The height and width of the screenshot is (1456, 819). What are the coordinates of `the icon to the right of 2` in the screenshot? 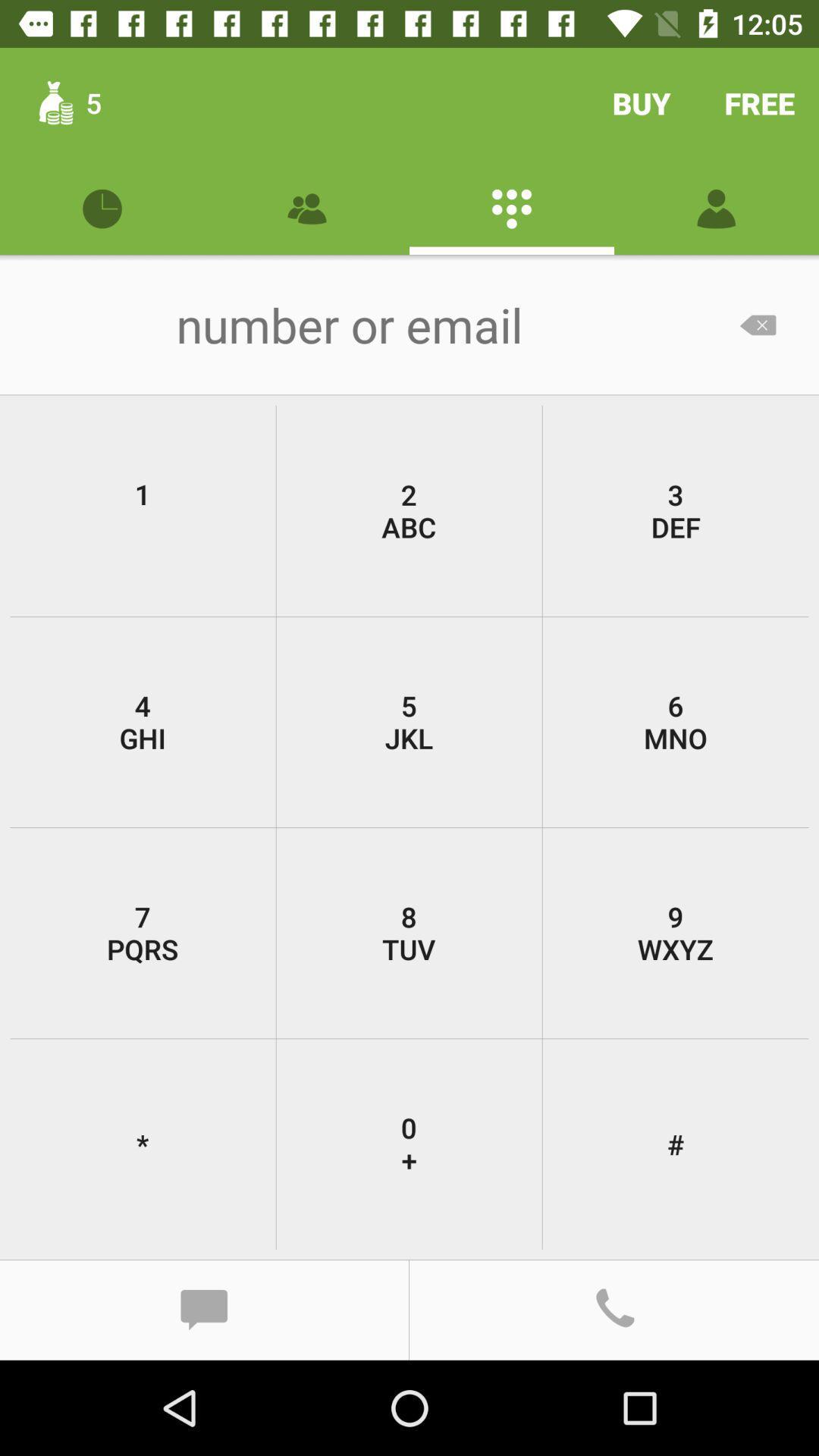 It's located at (675, 721).